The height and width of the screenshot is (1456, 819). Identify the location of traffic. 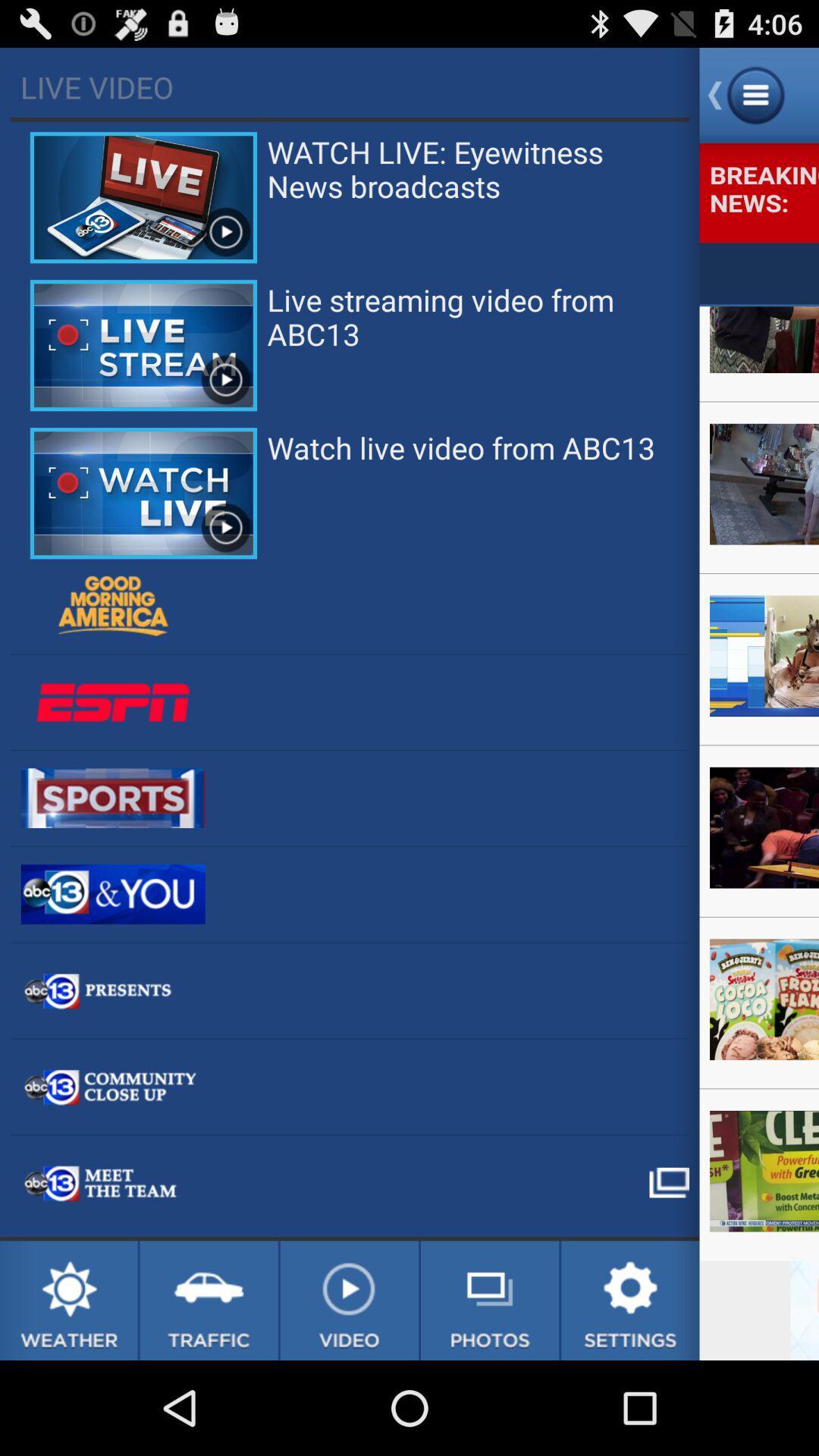
(209, 1300).